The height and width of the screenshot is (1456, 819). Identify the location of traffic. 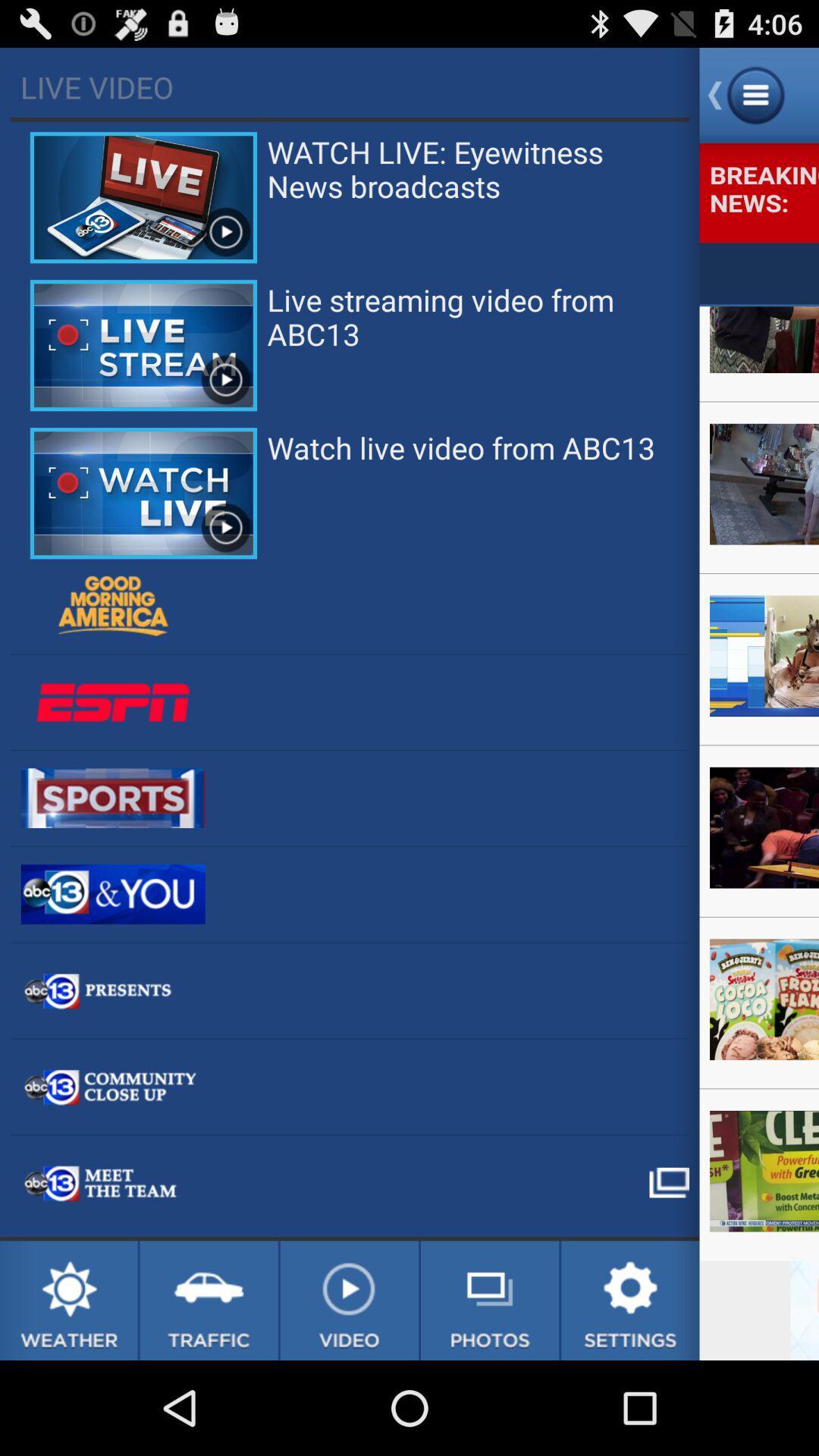
(209, 1300).